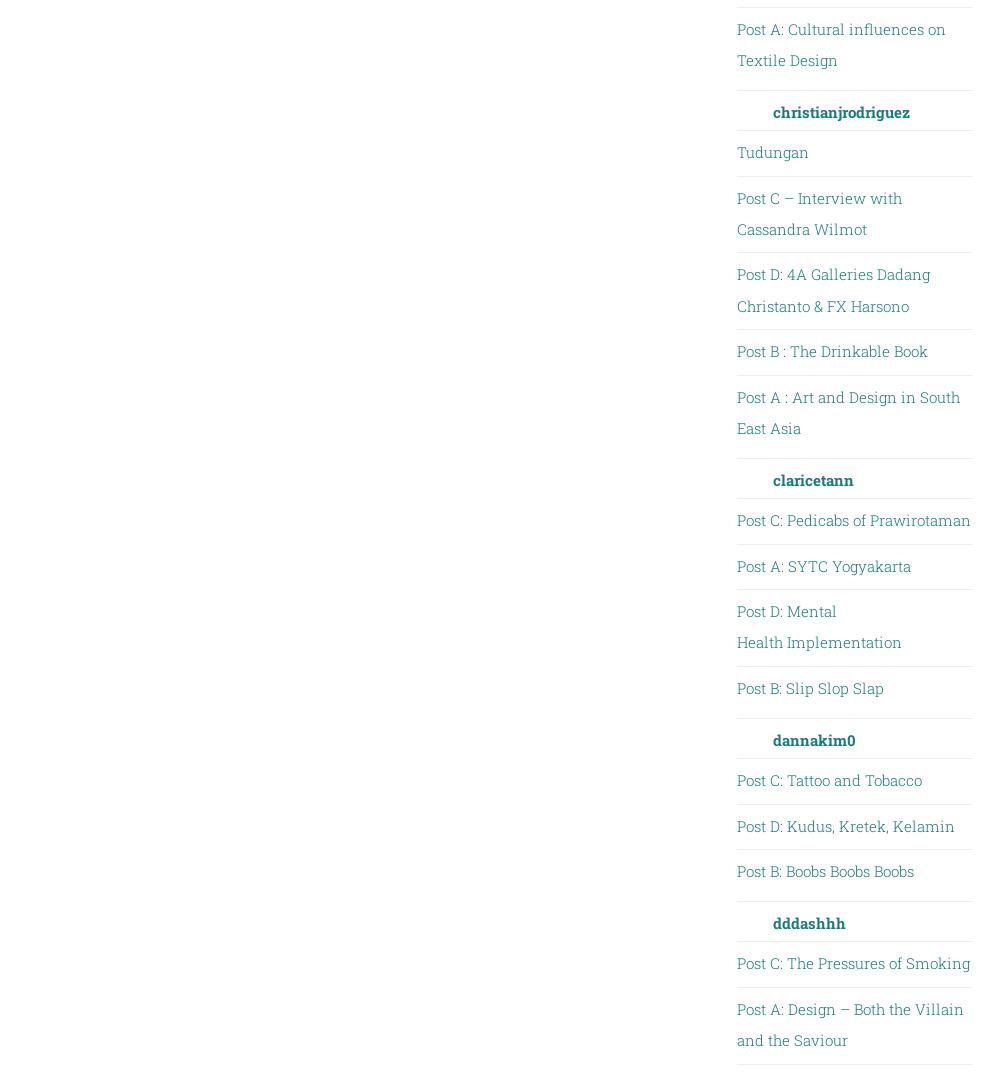 This screenshot has height=1078, width=1000. Describe the element at coordinates (830, 350) in the screenshot. I see `'Post B : The Drinkable Book'` at that location.